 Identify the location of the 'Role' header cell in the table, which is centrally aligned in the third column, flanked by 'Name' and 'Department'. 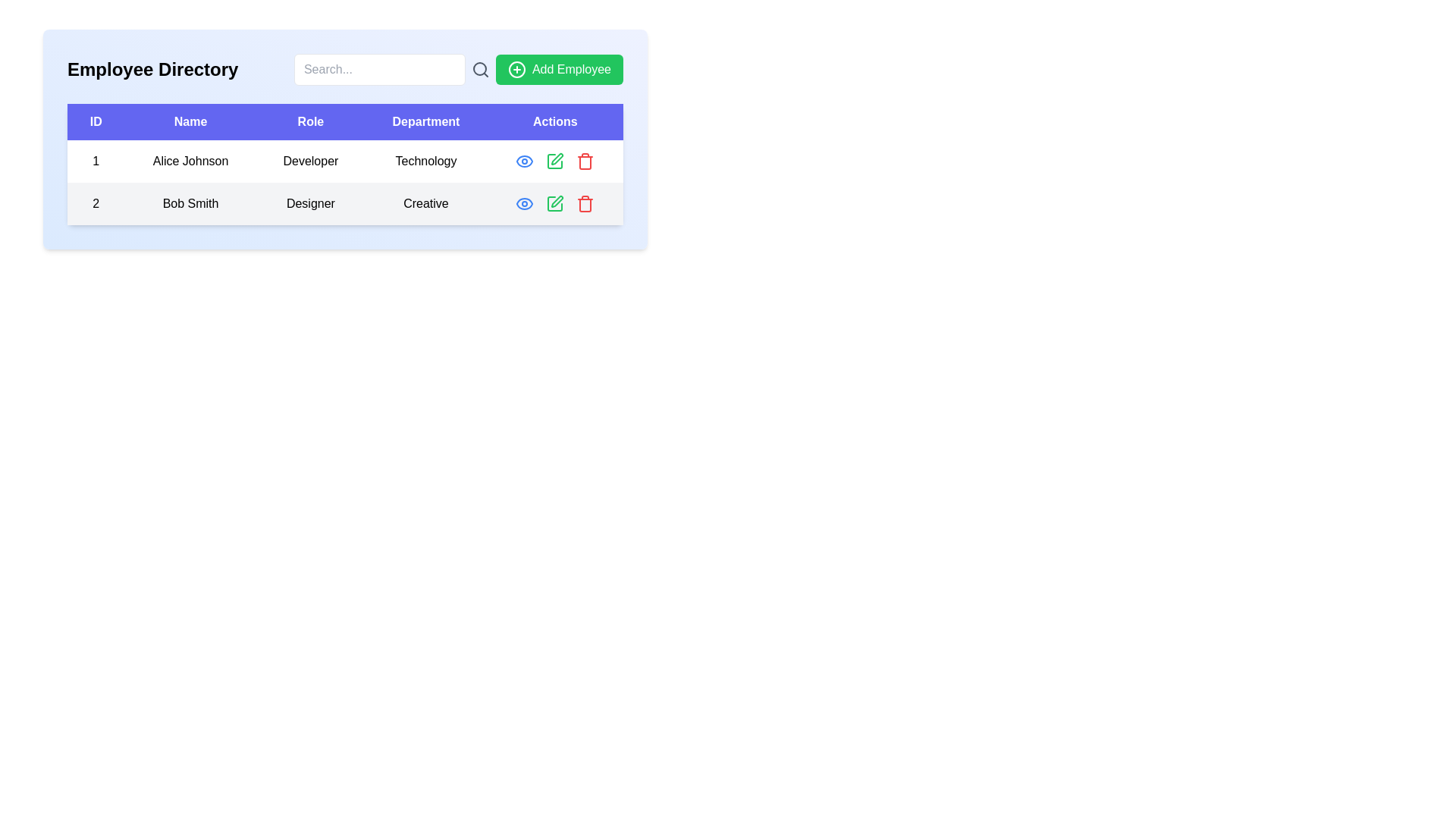
(309, 121).